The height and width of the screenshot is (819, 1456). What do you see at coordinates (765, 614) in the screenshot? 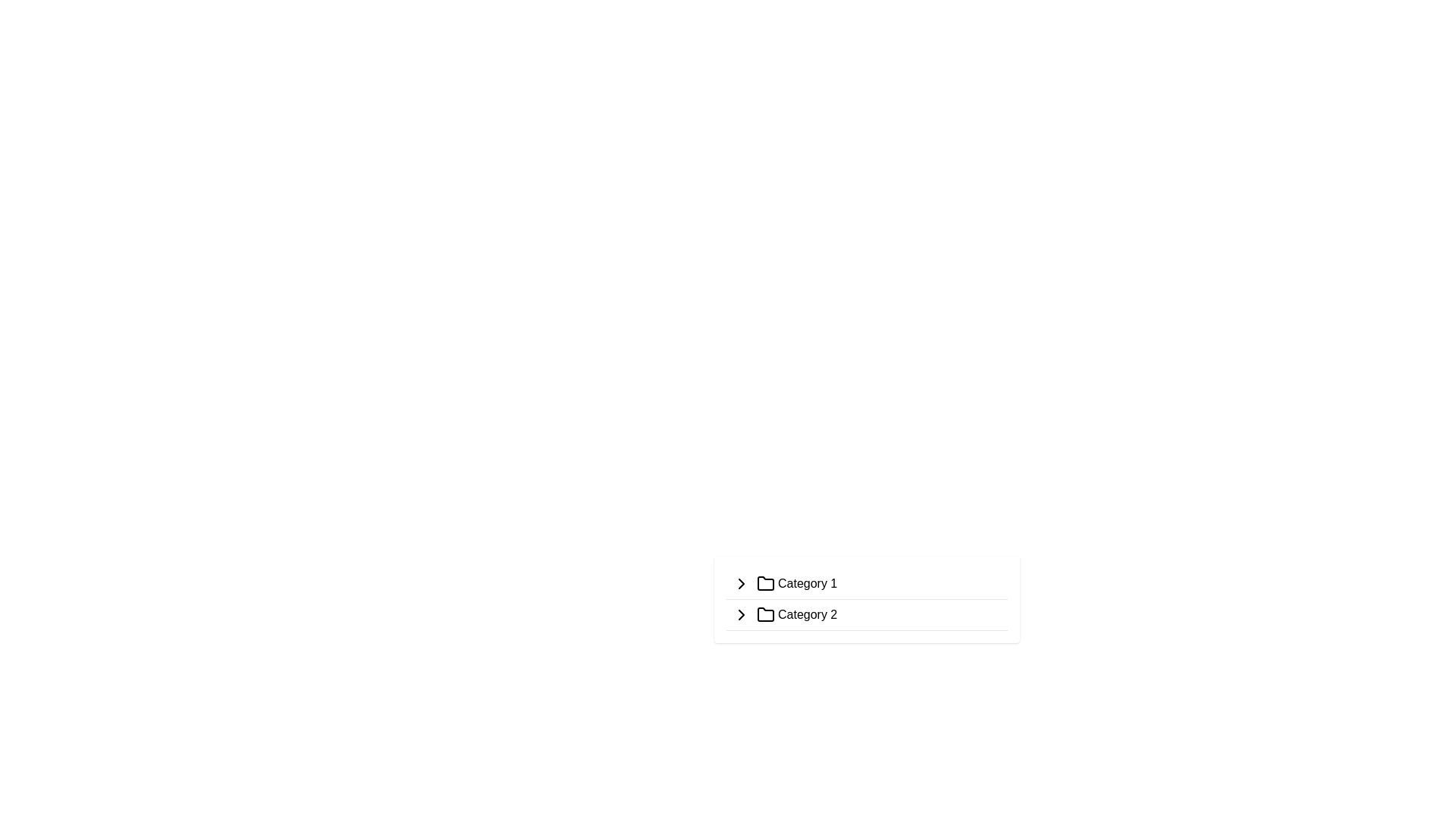
I see `the 'Category 2' folder icon in the tree view interface, which is styled with a rounded rectangular shape and appears black in color` at bounding box center [765, 614].